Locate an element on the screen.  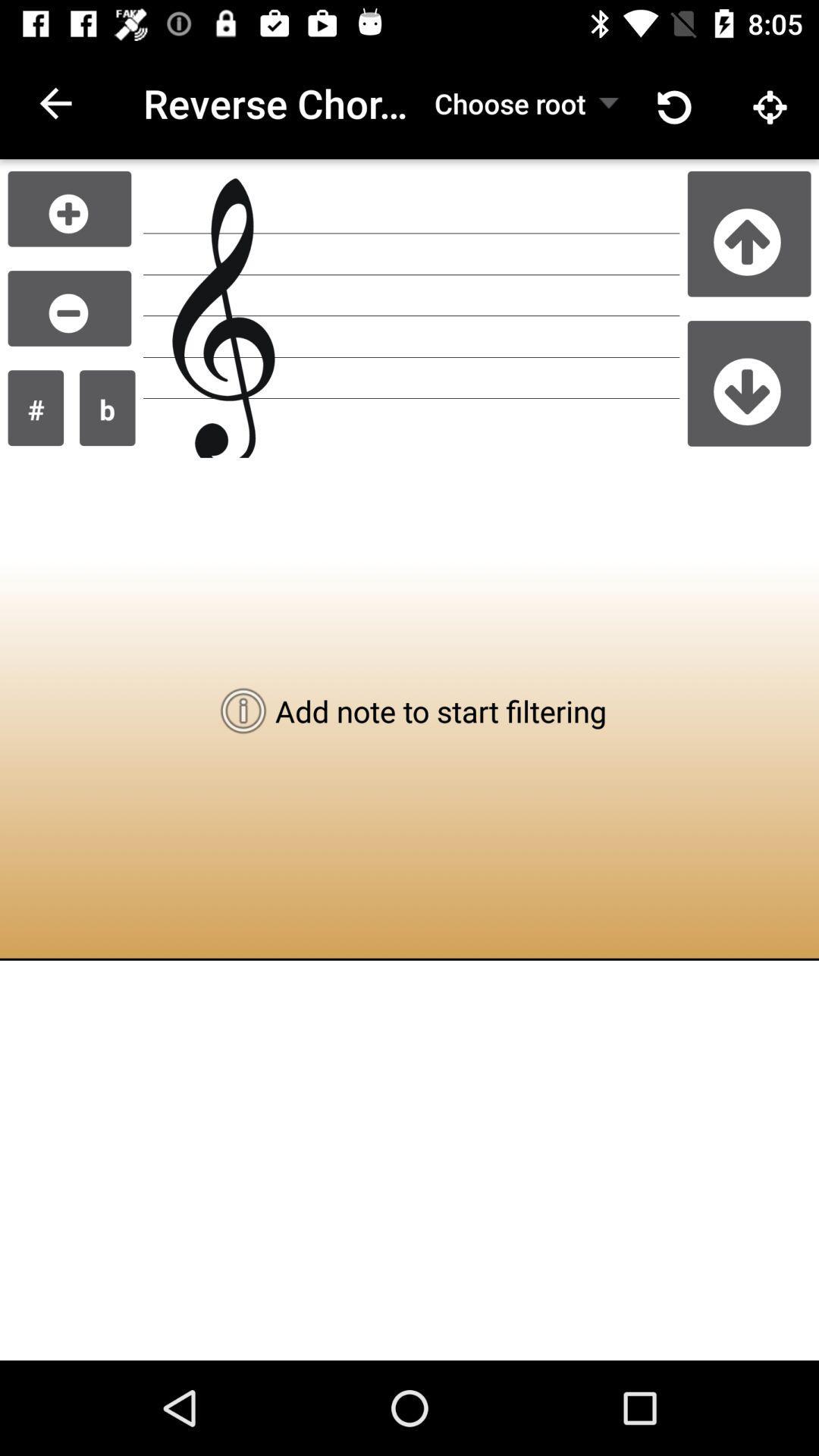
icon next to the reverse chord lookup item is located at coordinates (510, 102).